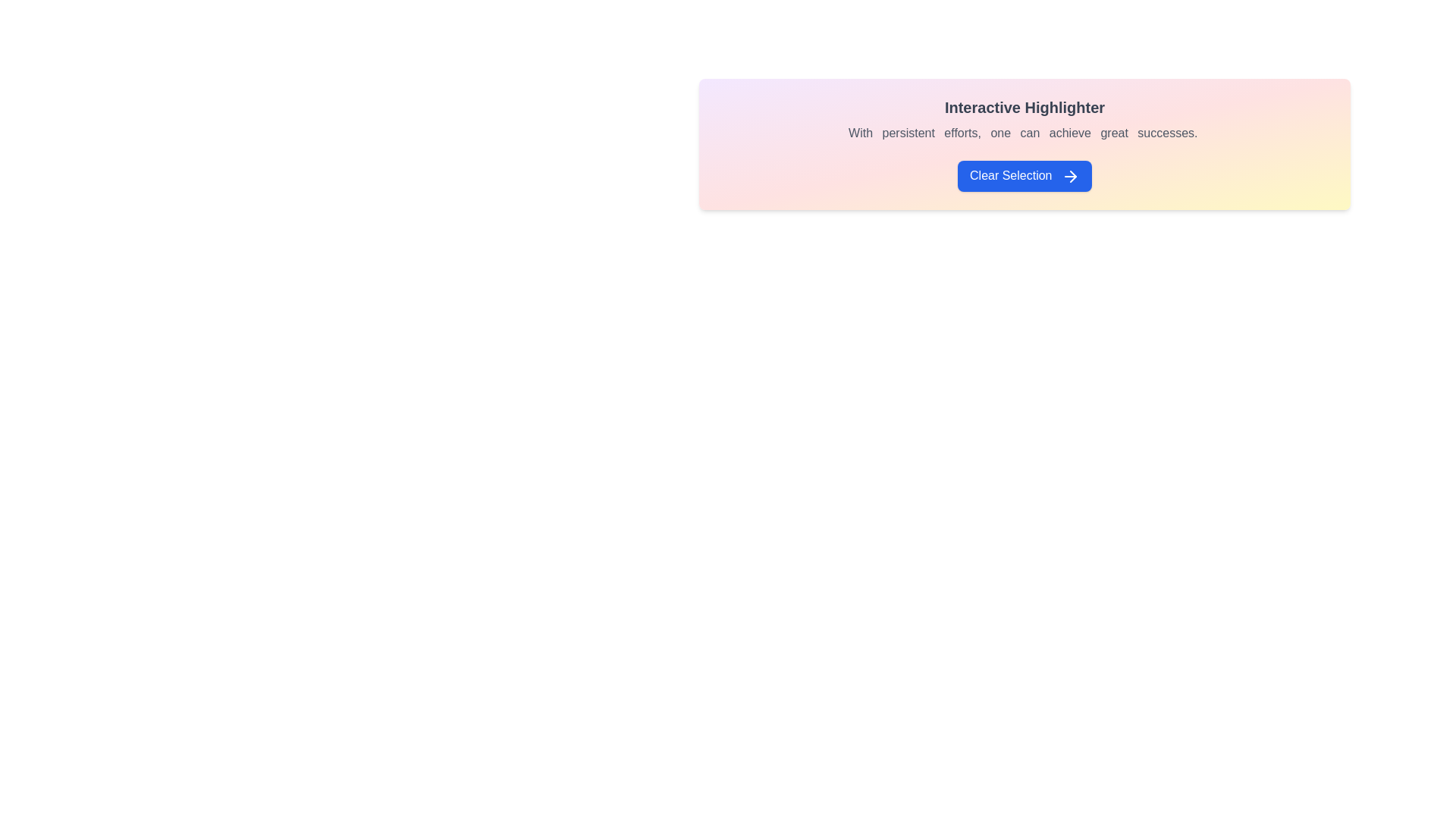  I want to click on the fifth word in the sentence 'With persistent efforts, one can achieve great successes.', which is displayed in a pastel gradient background and is located above a blue button labeled 'Clear Selection', so click(1031, 132).